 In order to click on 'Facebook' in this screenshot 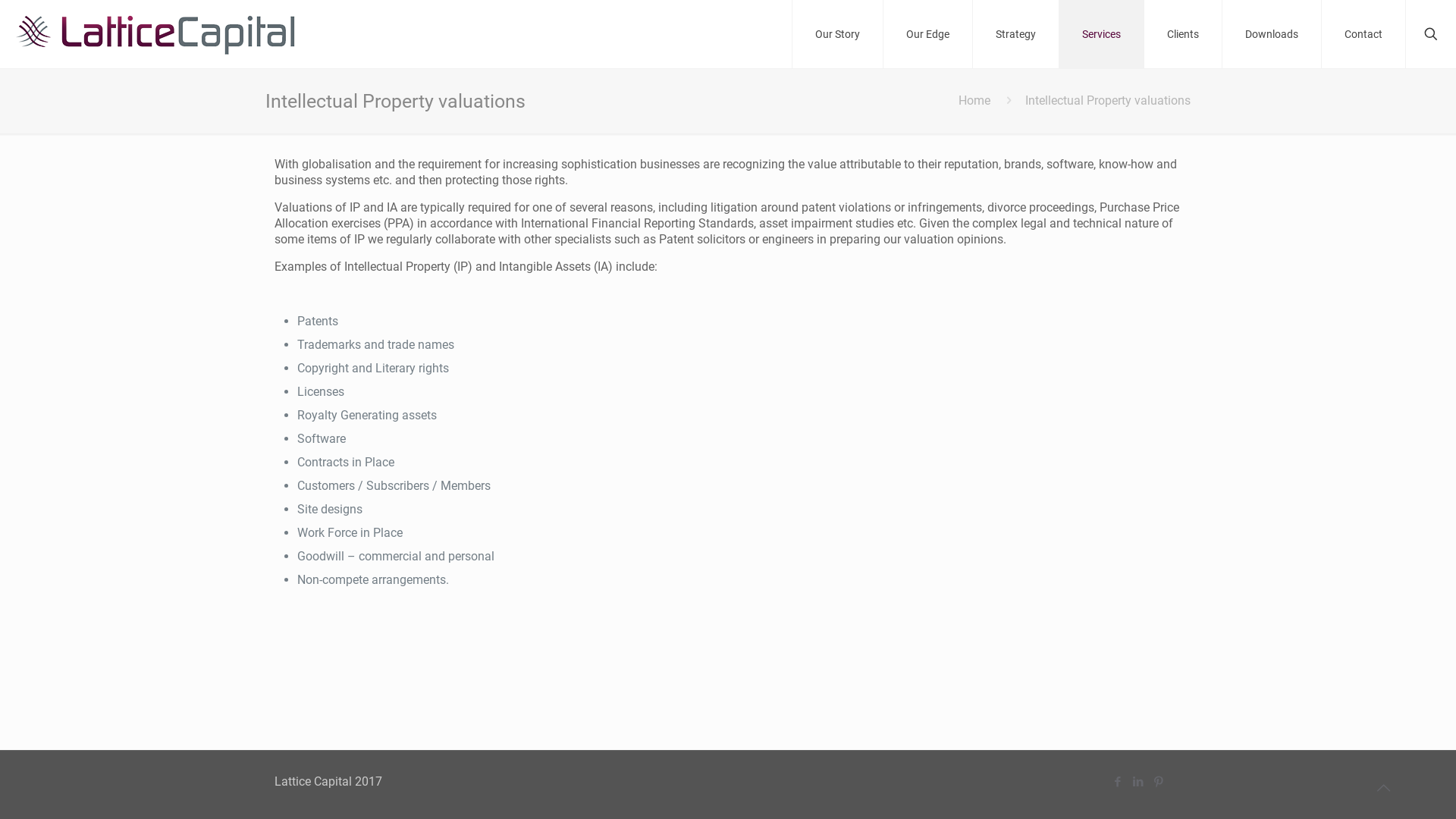, I will do `click(1117, 781)`.